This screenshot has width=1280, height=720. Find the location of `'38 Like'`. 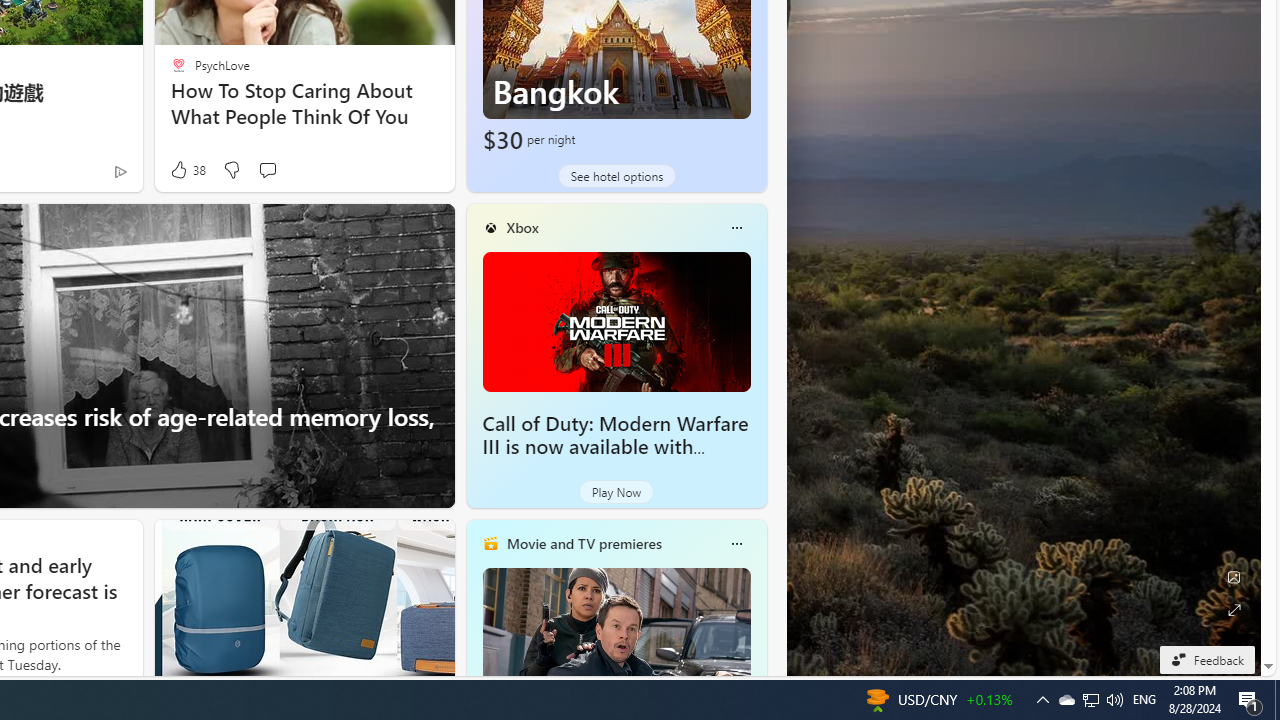

'38 Like' is located at coordinates (186, 169).